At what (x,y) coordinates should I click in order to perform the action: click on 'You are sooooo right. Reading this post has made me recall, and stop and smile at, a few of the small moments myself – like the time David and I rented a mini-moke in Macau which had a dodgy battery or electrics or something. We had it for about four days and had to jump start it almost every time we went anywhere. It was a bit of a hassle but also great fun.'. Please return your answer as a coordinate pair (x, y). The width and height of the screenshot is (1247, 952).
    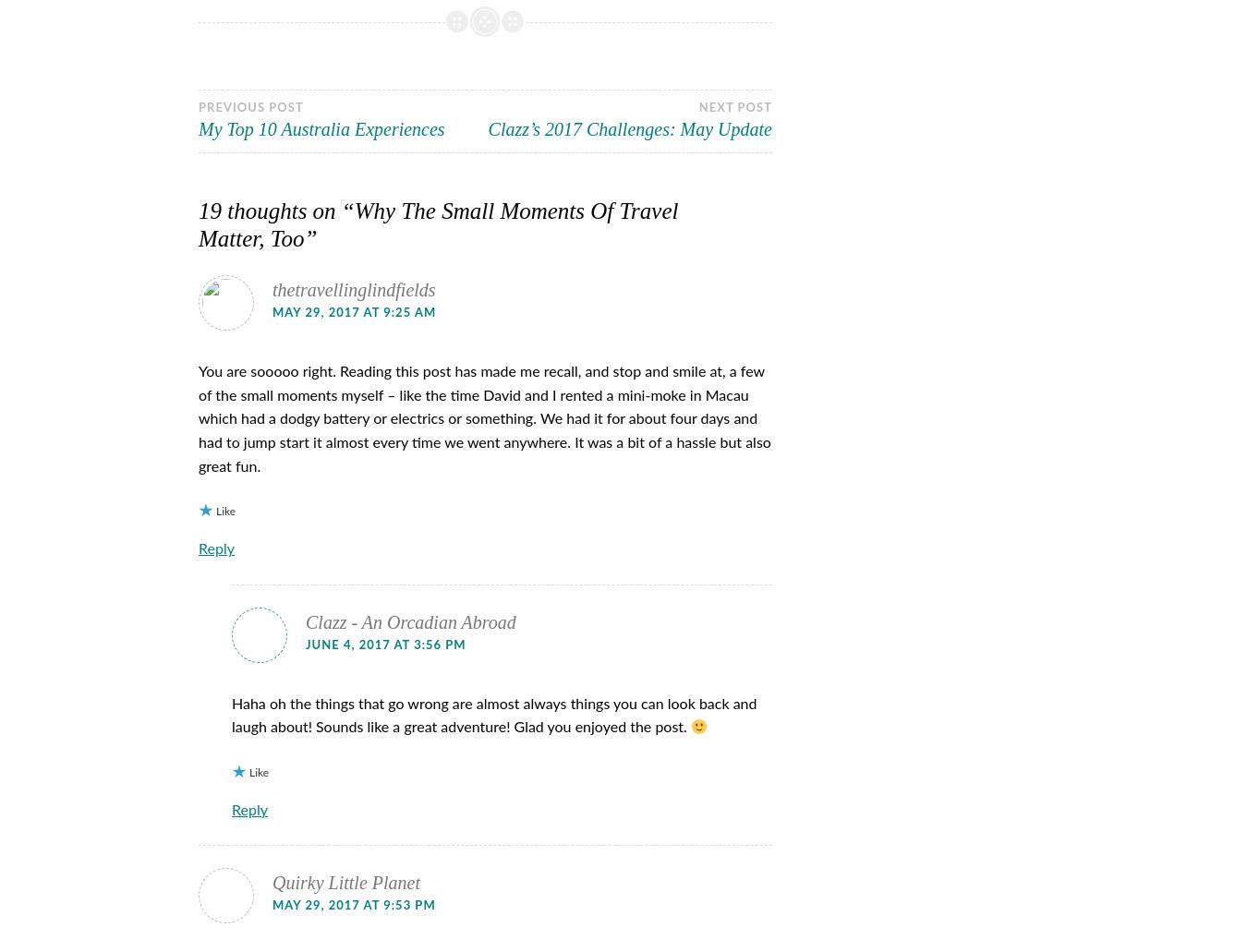
    Looking at the image, I should click on (199, 418).